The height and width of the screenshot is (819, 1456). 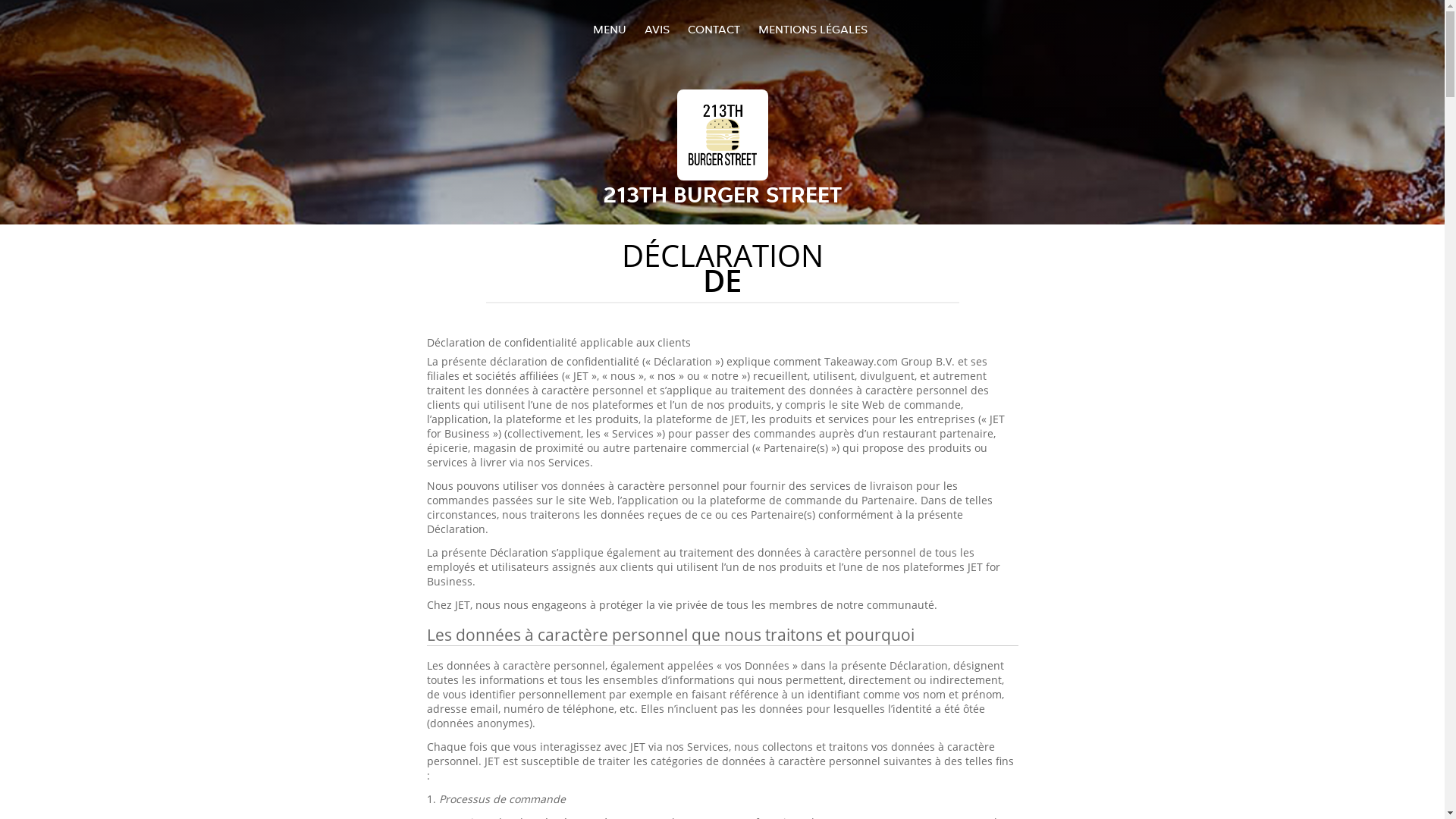 I want to click on 'MENU', so click(x=592, y=29).